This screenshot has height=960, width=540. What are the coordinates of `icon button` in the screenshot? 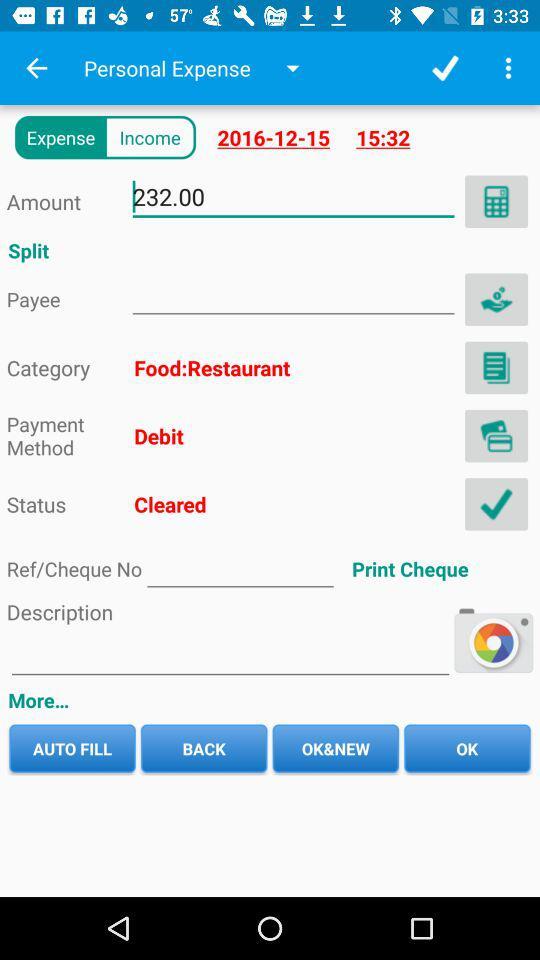 It's located at (495, 298).